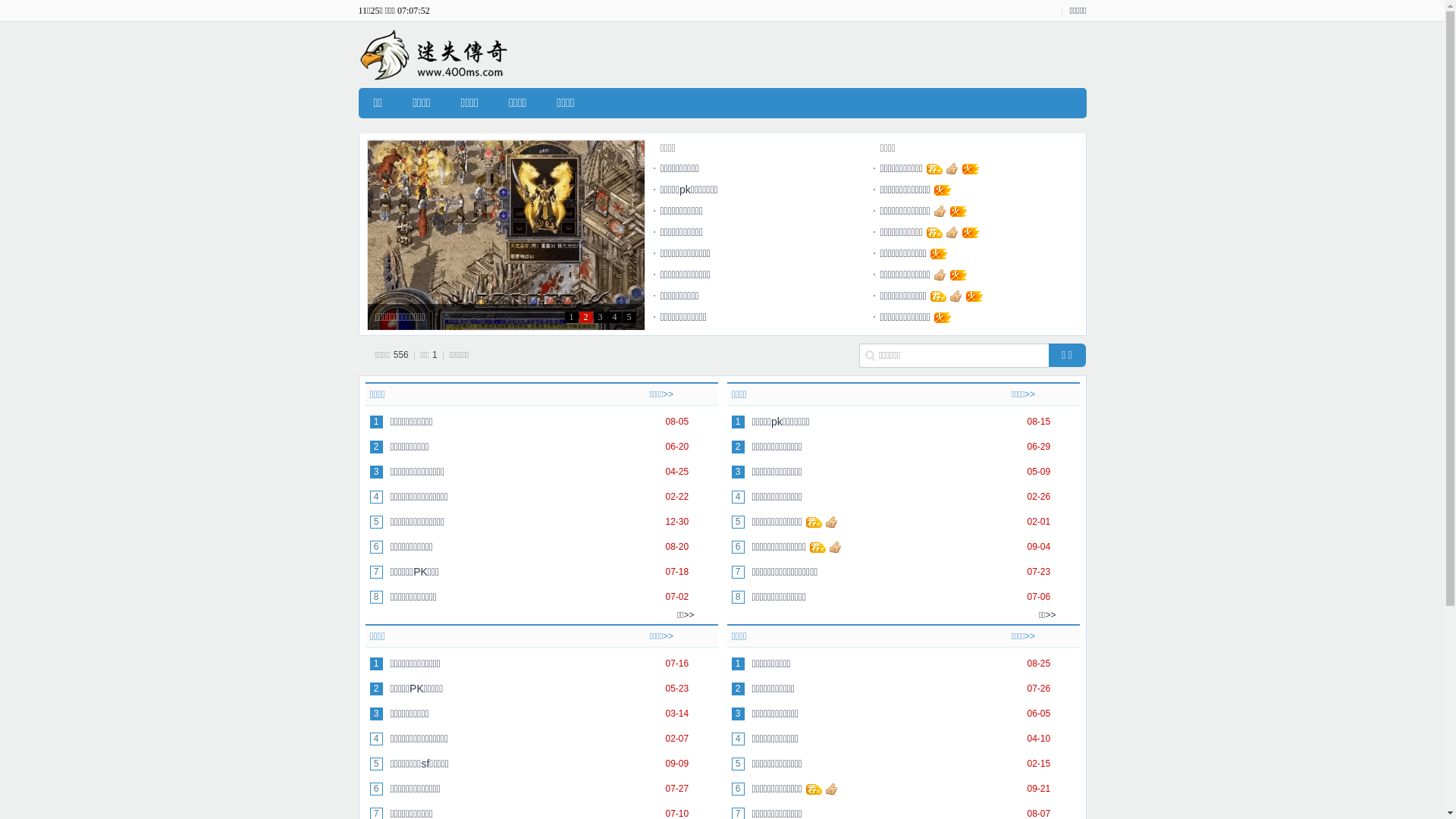  I want to click on '1', so click(563, 316).